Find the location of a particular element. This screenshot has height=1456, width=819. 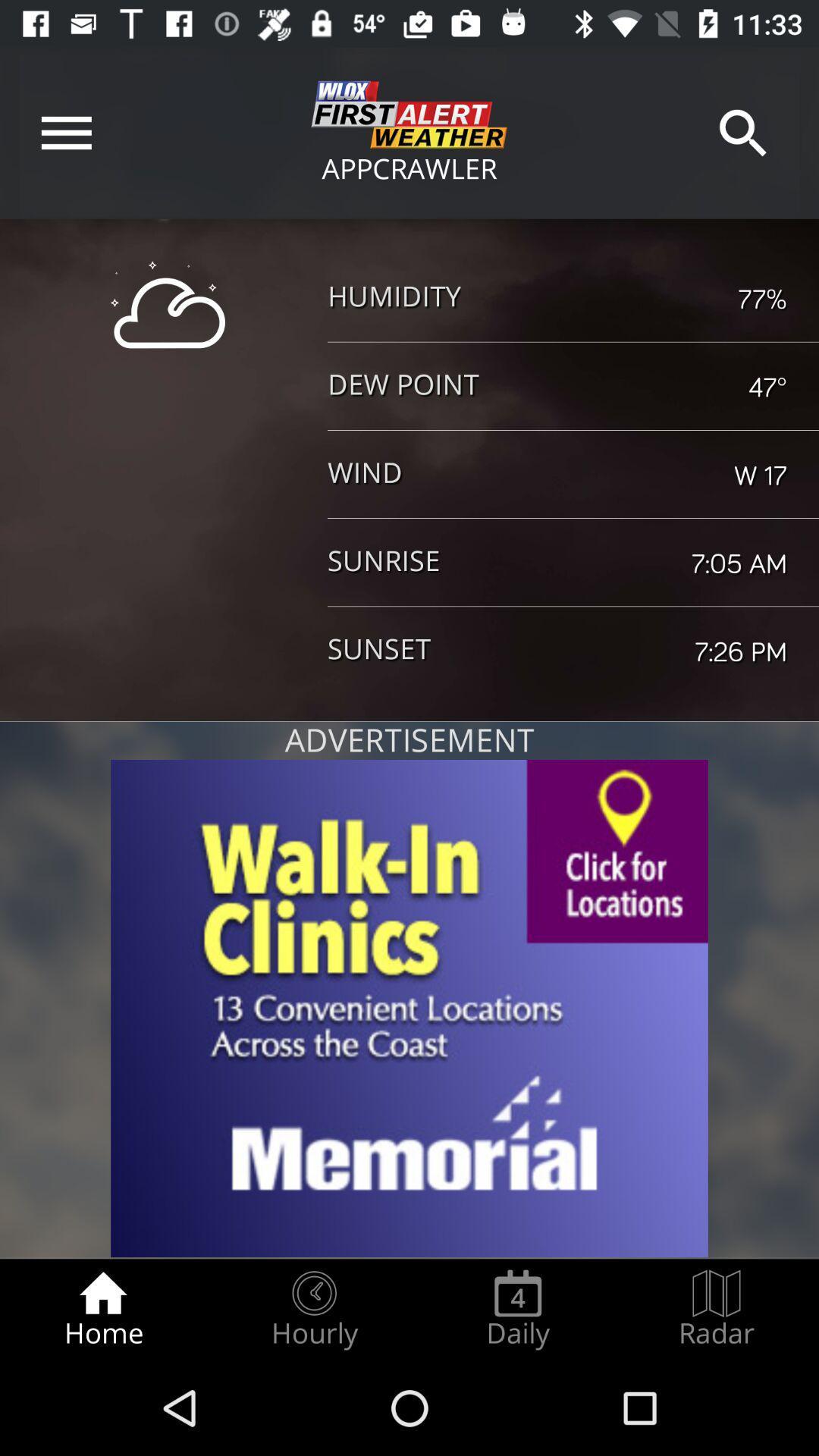

the daily item is located at coordinates (517, 1309).